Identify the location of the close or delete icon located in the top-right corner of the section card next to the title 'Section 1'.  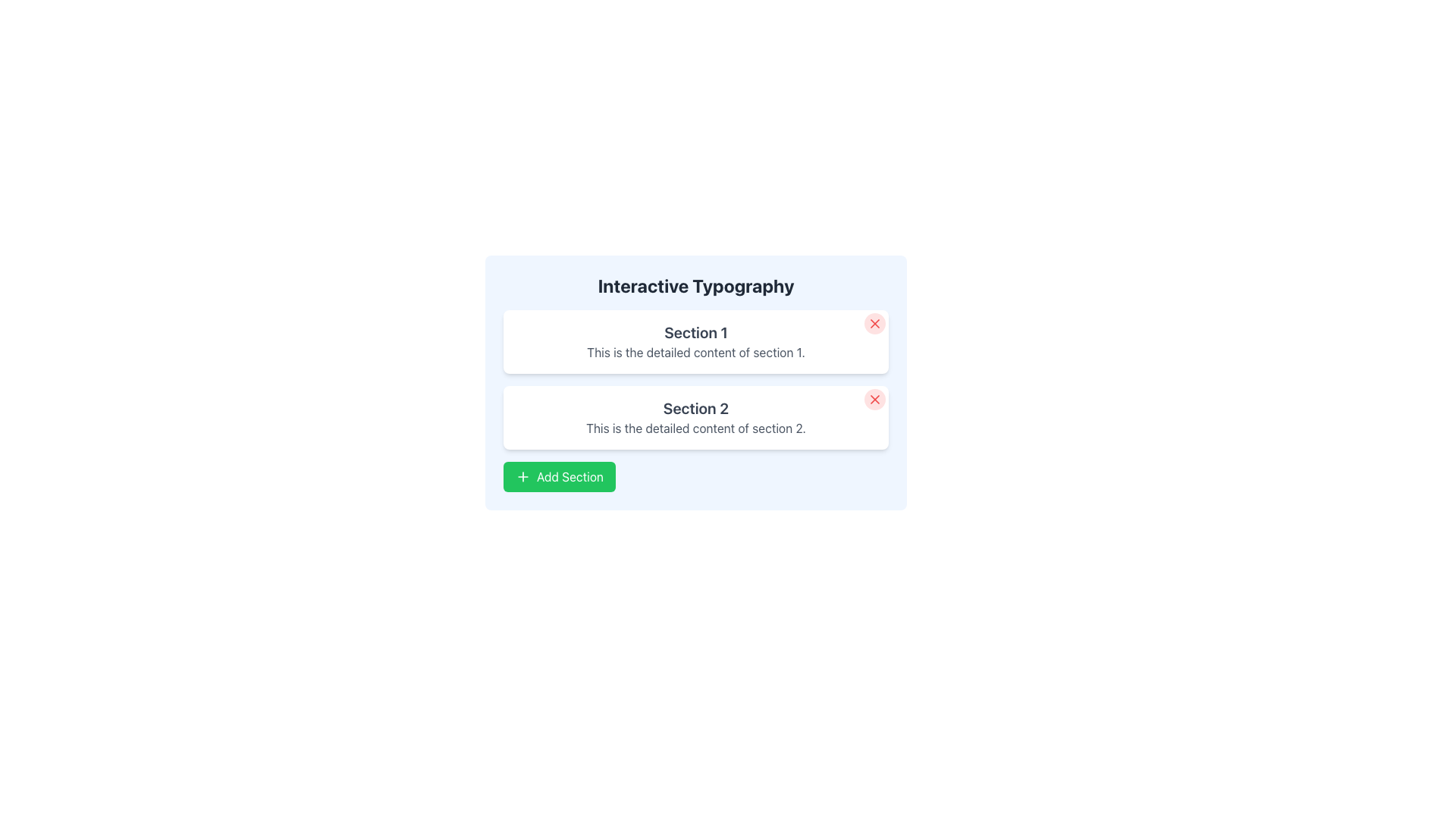
(874, 323).